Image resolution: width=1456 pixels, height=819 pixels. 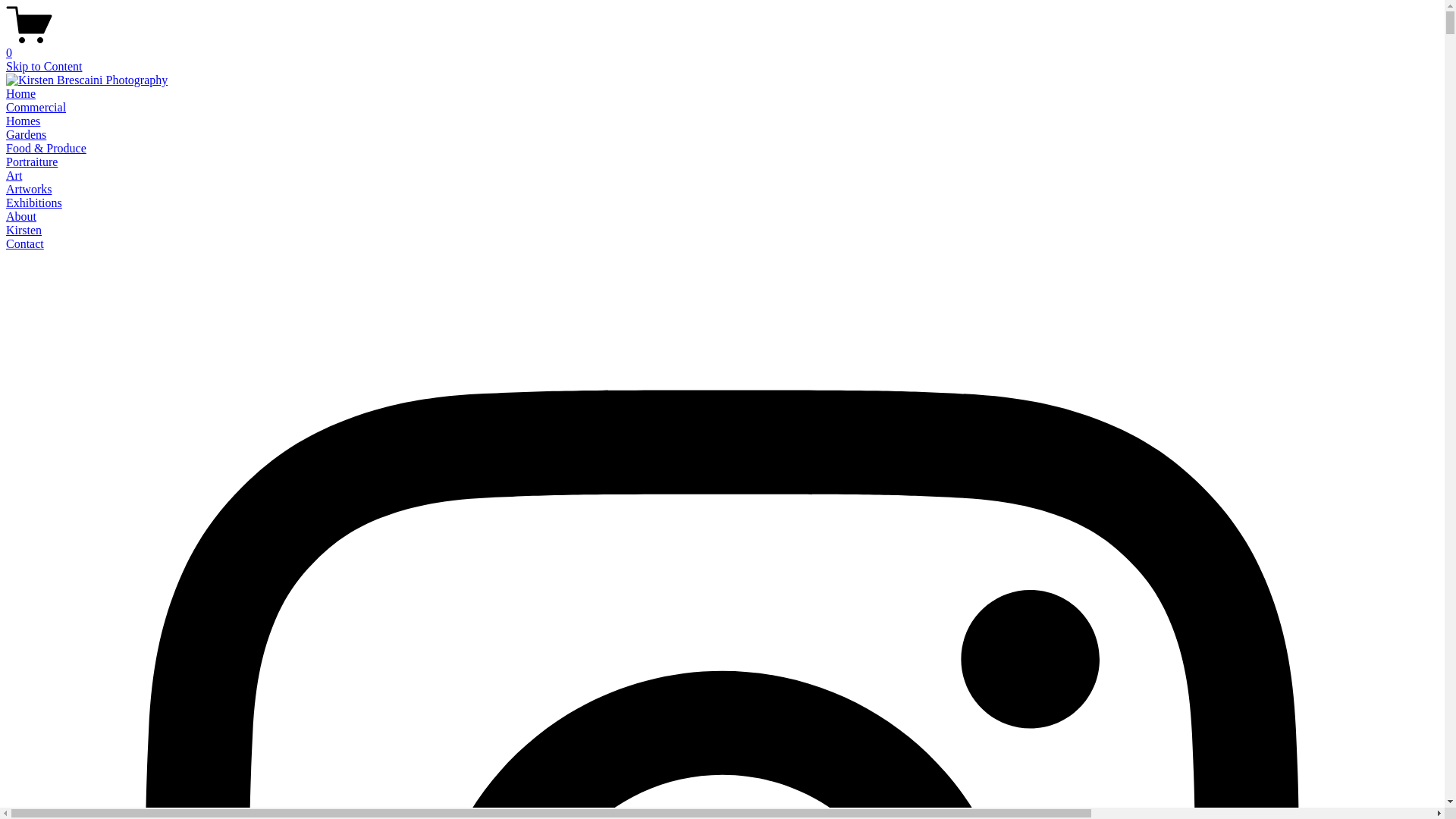 What do you see at coordinates (24, 230) in the screenshot?
I see `'Kirsten'` at bounding box center [24, 230].